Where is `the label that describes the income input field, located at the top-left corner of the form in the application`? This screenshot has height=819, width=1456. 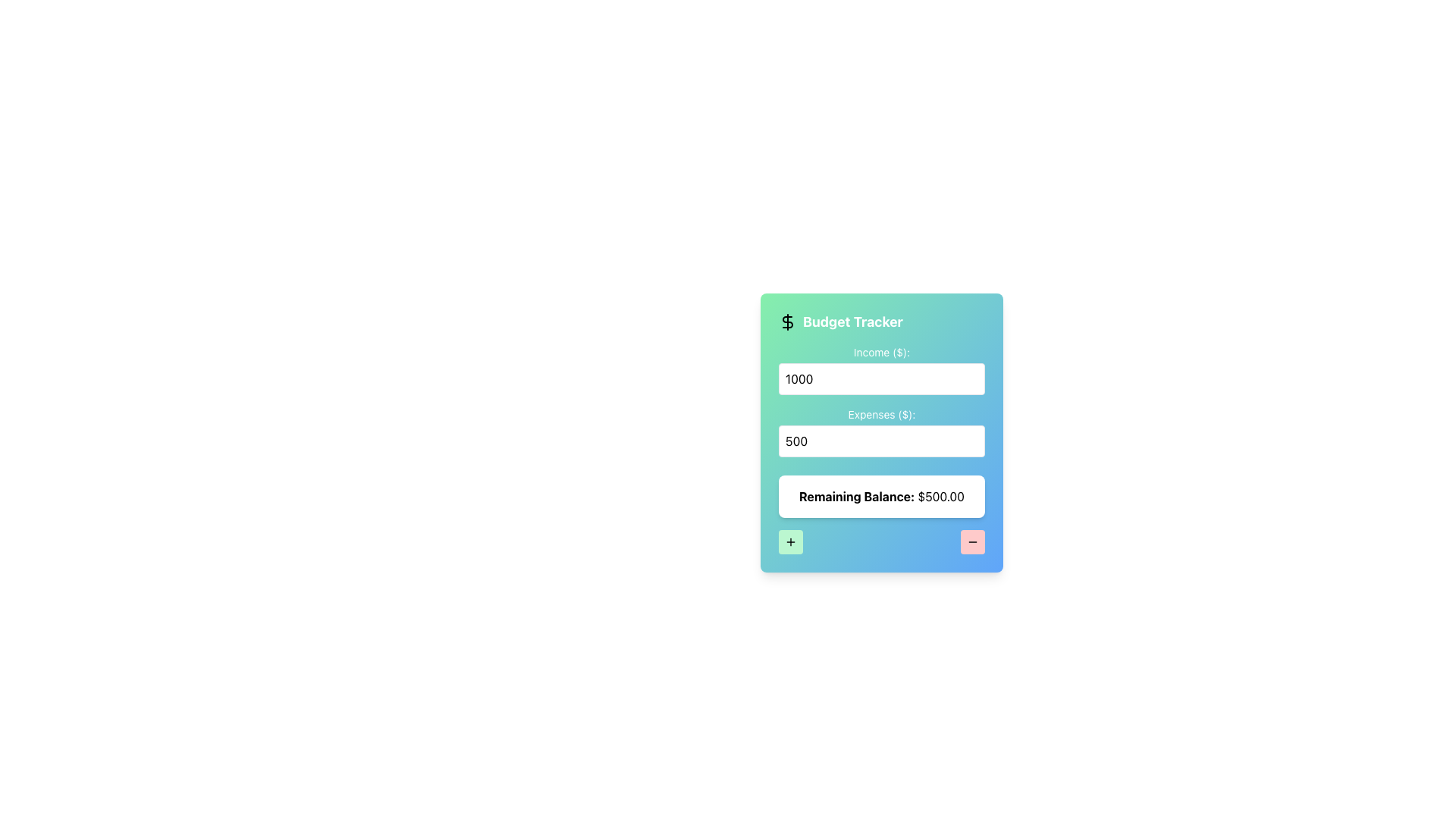 the label that describes the income input field, located at the top-left corner of the form in the application is located at coordinates (881, 353).